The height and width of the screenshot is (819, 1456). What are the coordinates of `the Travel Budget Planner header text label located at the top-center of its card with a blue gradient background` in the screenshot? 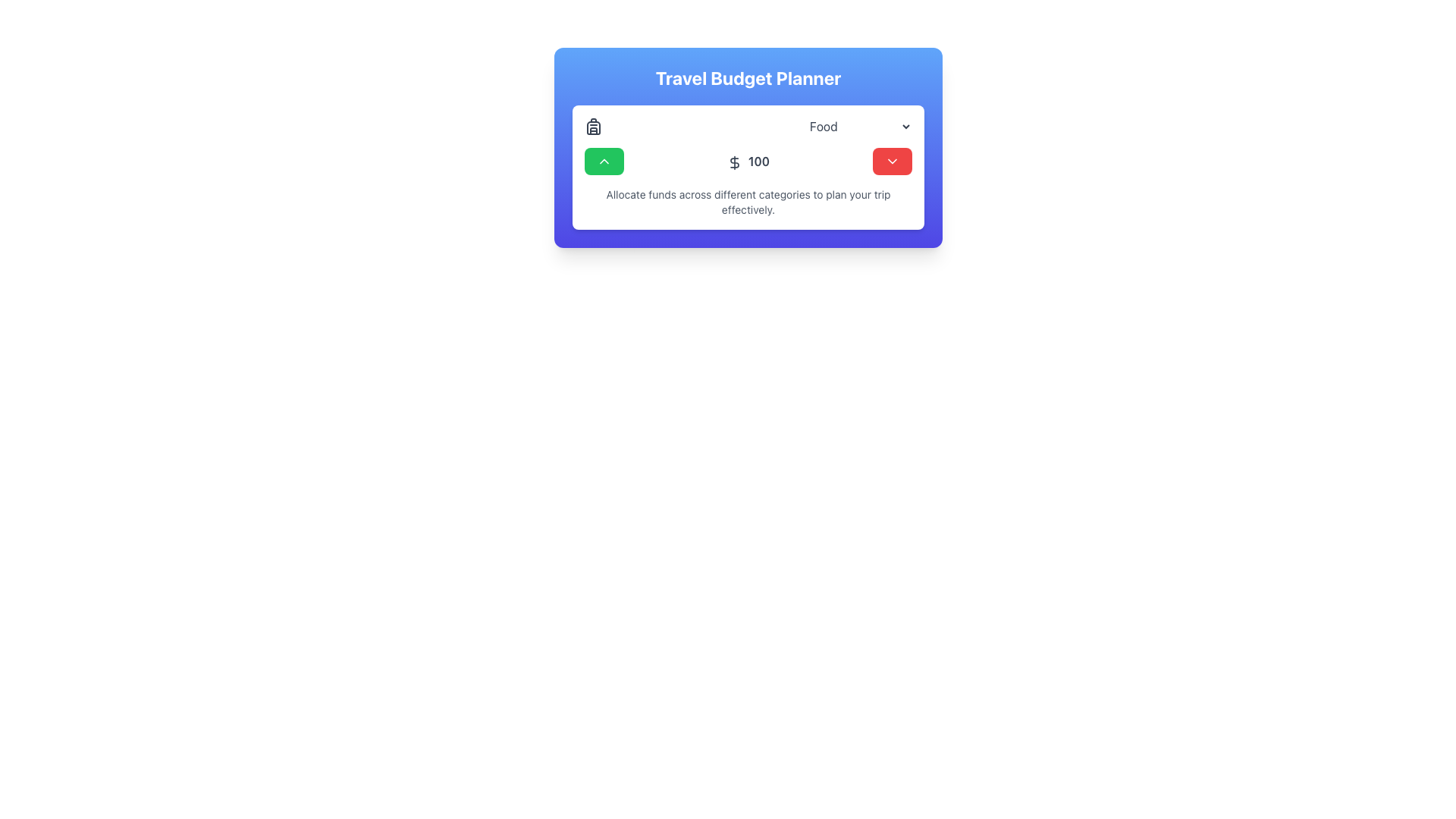 It's located at (748, 78).